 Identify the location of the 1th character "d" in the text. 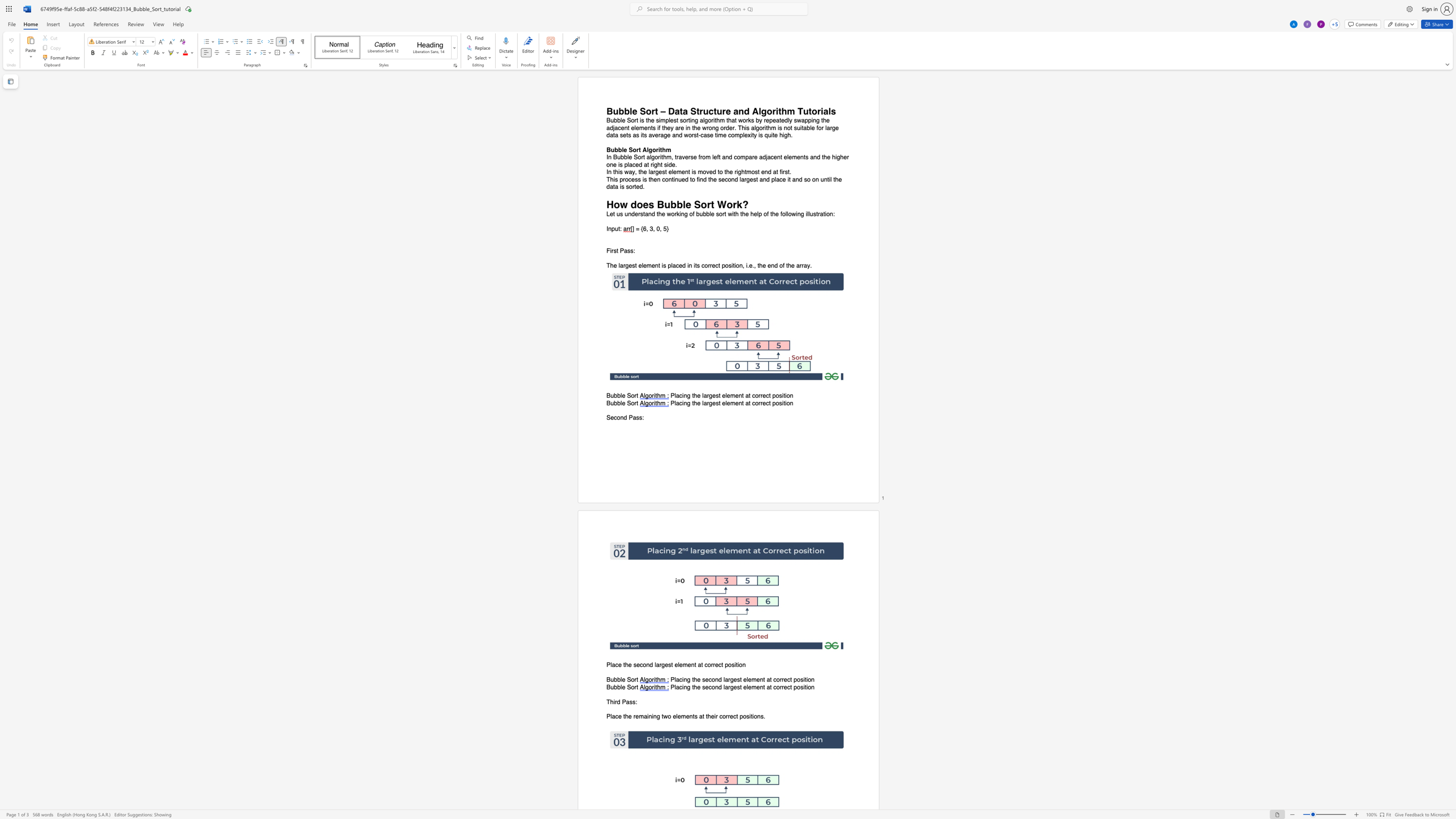
(633, 204).